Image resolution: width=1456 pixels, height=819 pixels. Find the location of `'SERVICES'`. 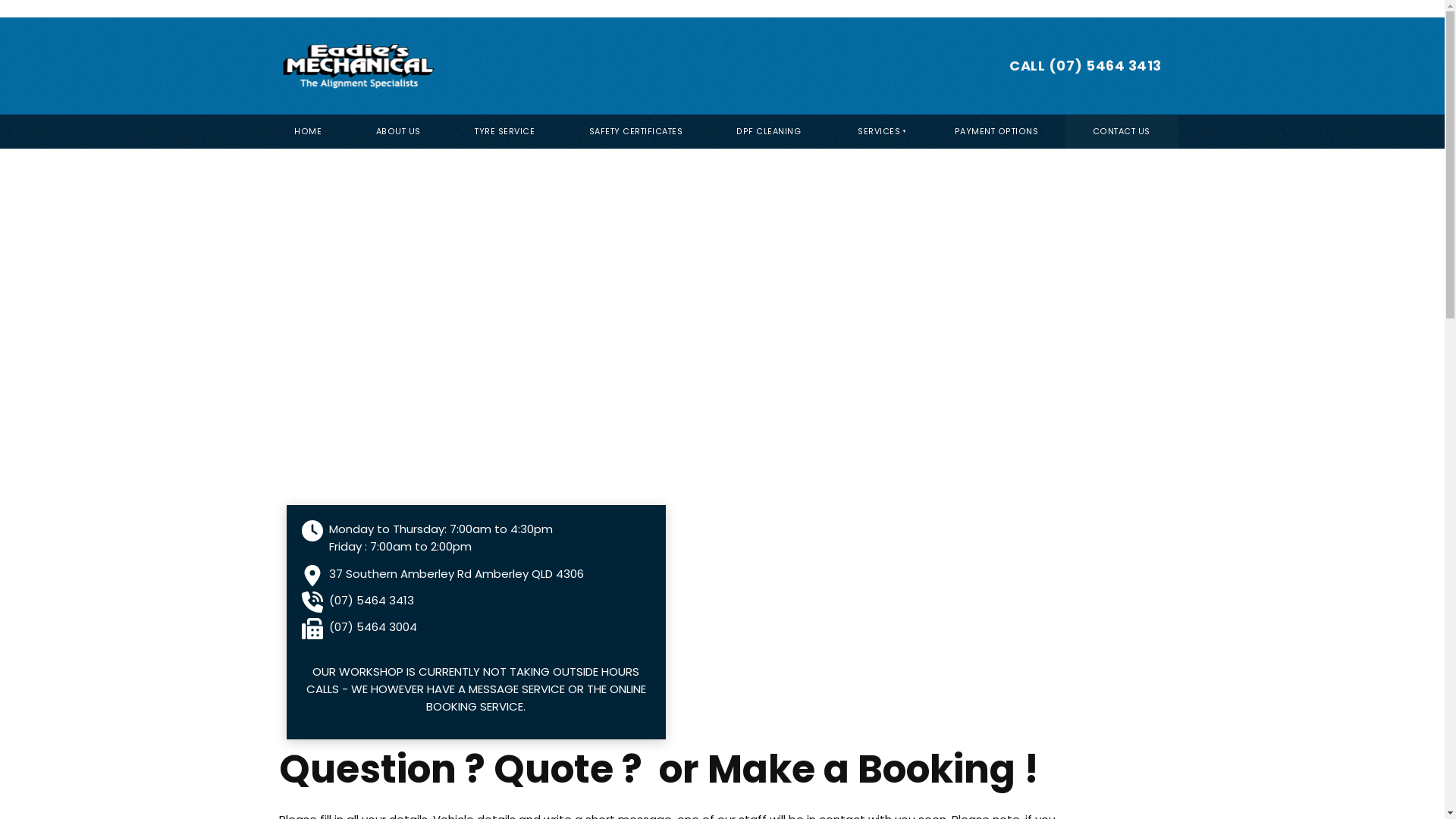

'SERVICES' is located at coordinates (877, 130).